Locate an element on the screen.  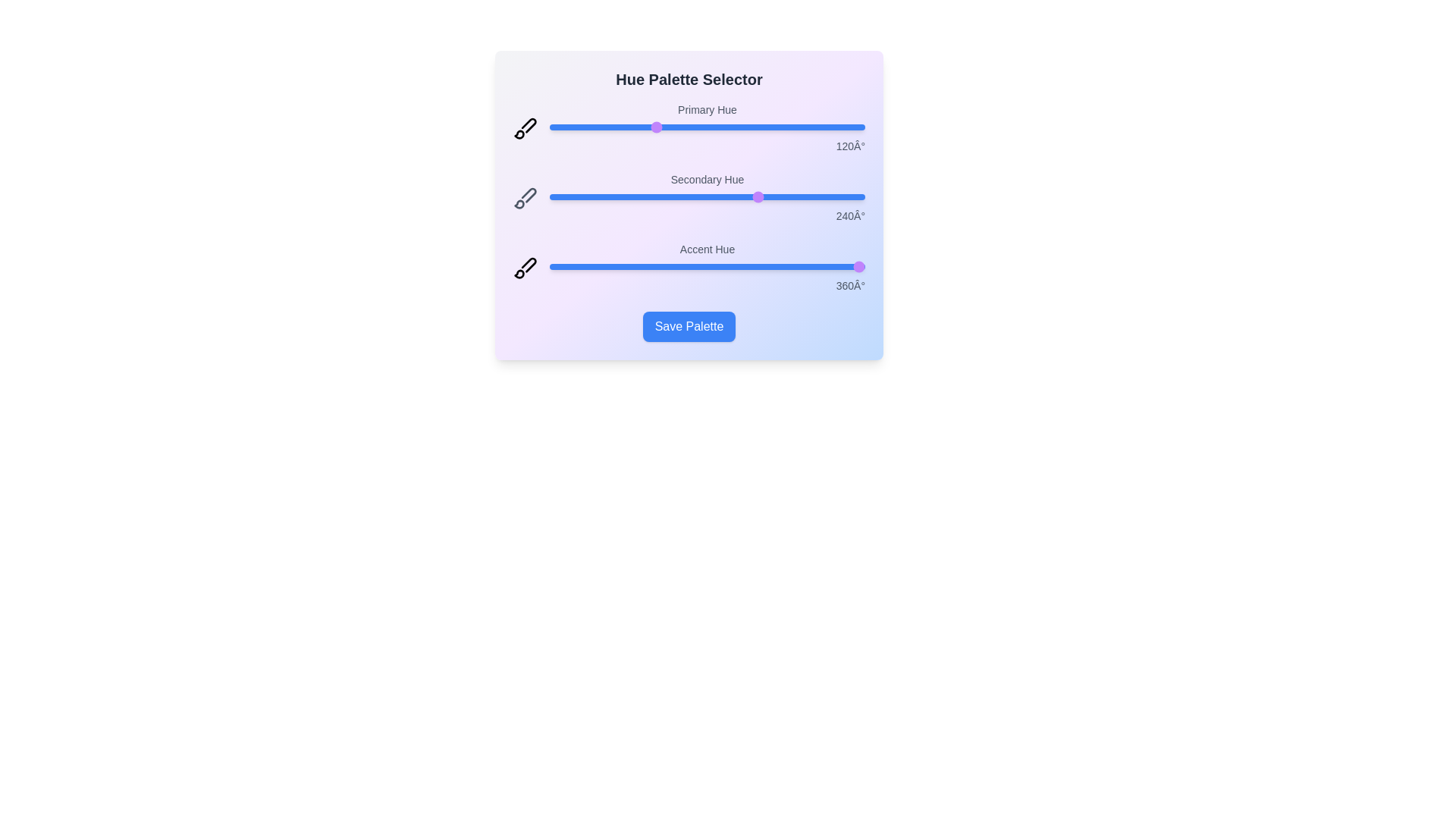
the 'Primary Hue' slider to 242 degrees is located at coordinates (761, 127).